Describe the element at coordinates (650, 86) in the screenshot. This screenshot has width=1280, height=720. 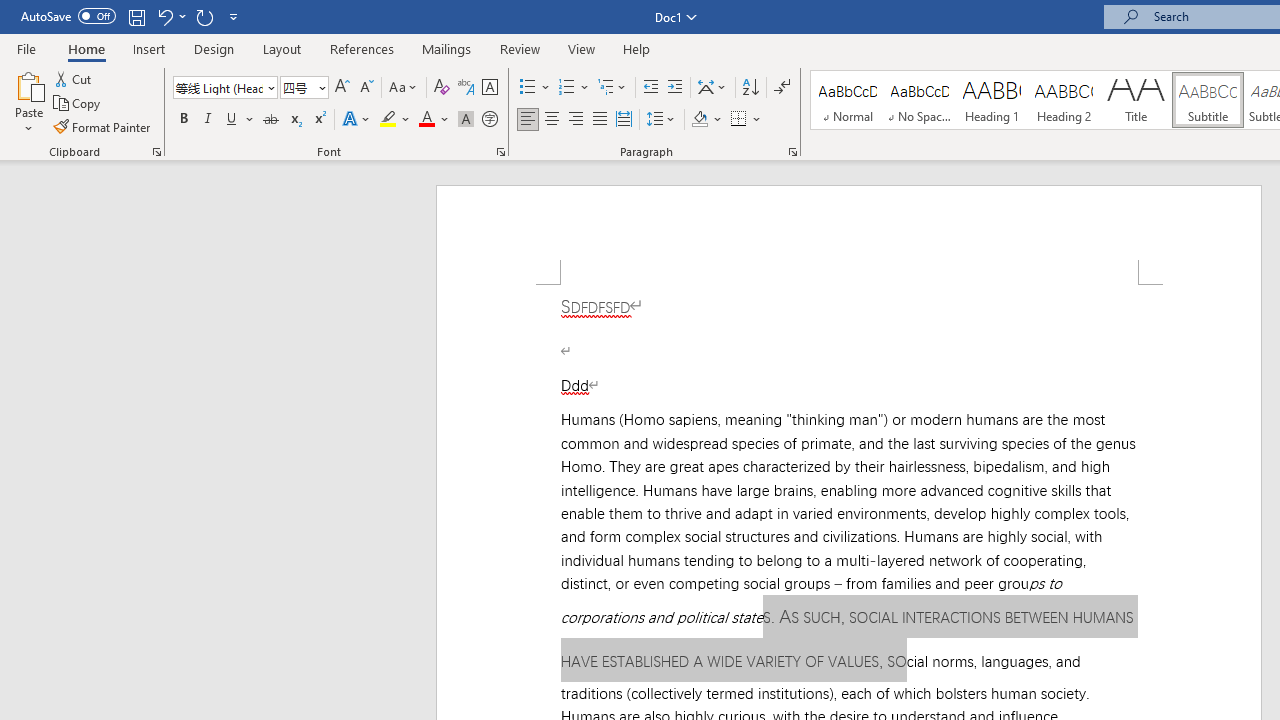
I see `'Decrease Indent'` at that location.